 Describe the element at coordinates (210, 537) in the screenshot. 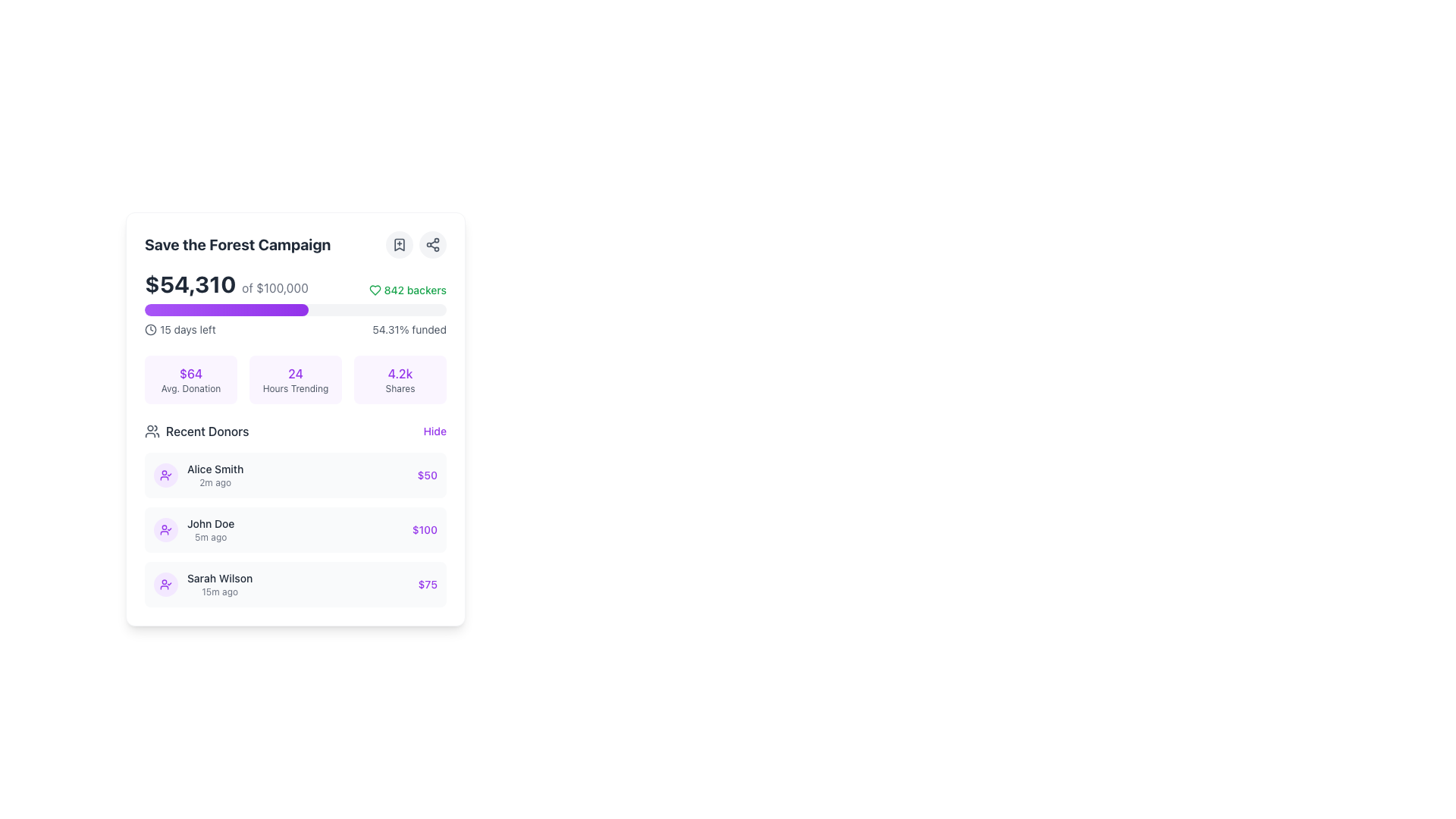

I see `the text label that indicates the elapsed time since the last activity for donor 'John Doe', which is positioned beneath the name 'John Doe' and to the right of the avatar icon` at that location.